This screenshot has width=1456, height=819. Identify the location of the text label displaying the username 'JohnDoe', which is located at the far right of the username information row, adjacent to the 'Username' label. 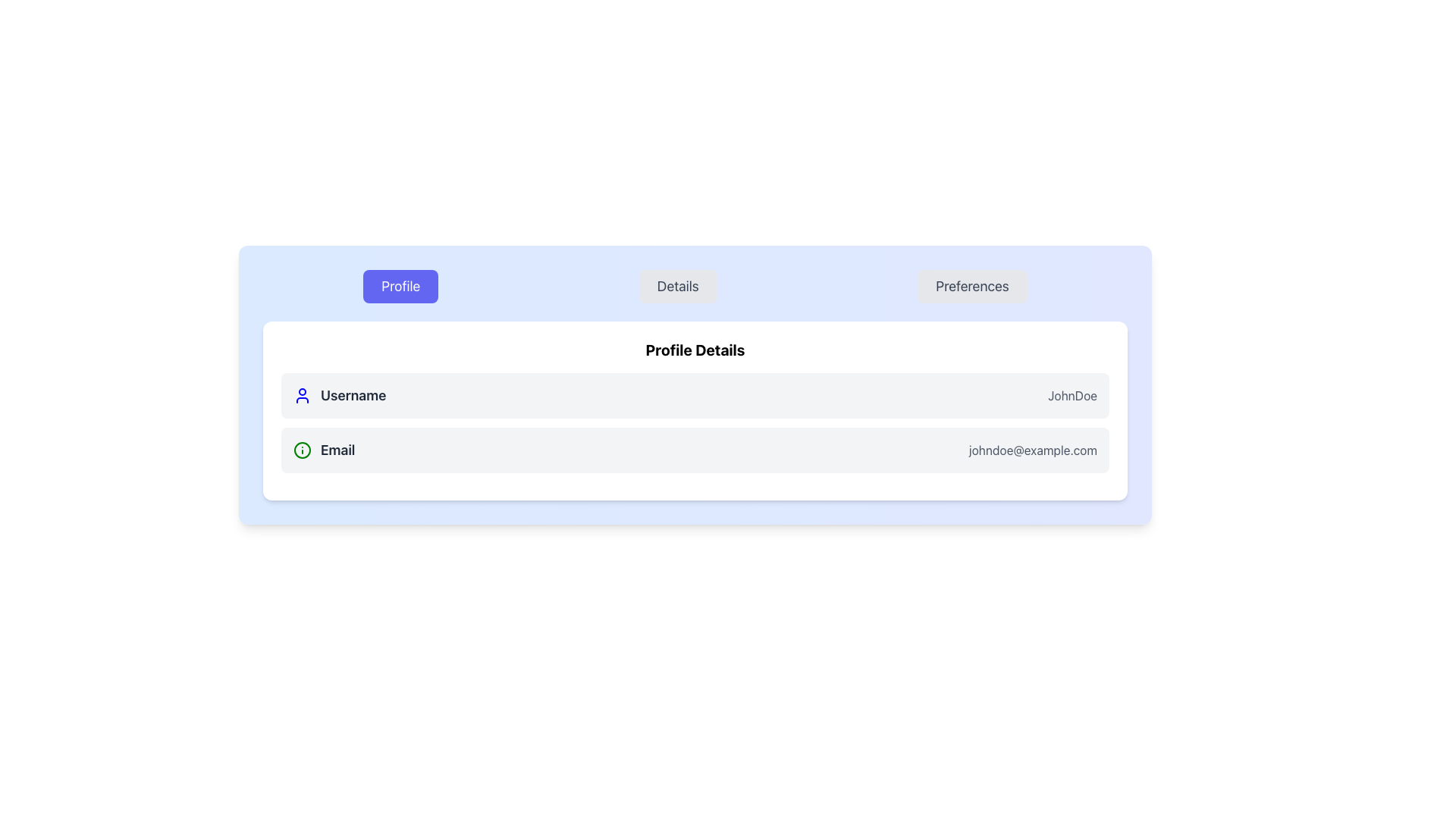
(1072, 394).